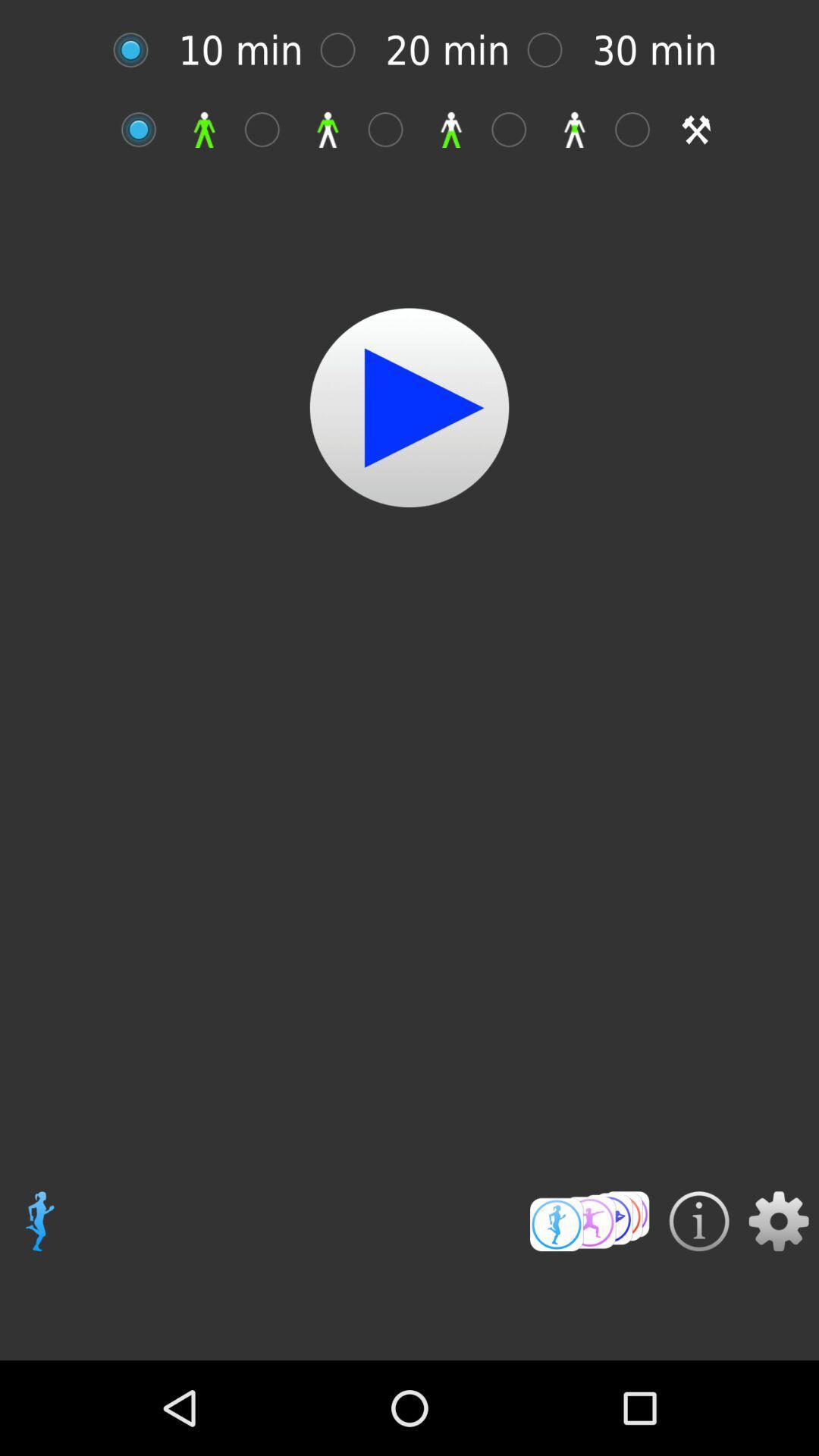 The width and height of the screenshot is (819, 1456). What do you see at coordinates (409, 407) in the screenshot?
I see `shows play button` at bounding box center [409, 407].